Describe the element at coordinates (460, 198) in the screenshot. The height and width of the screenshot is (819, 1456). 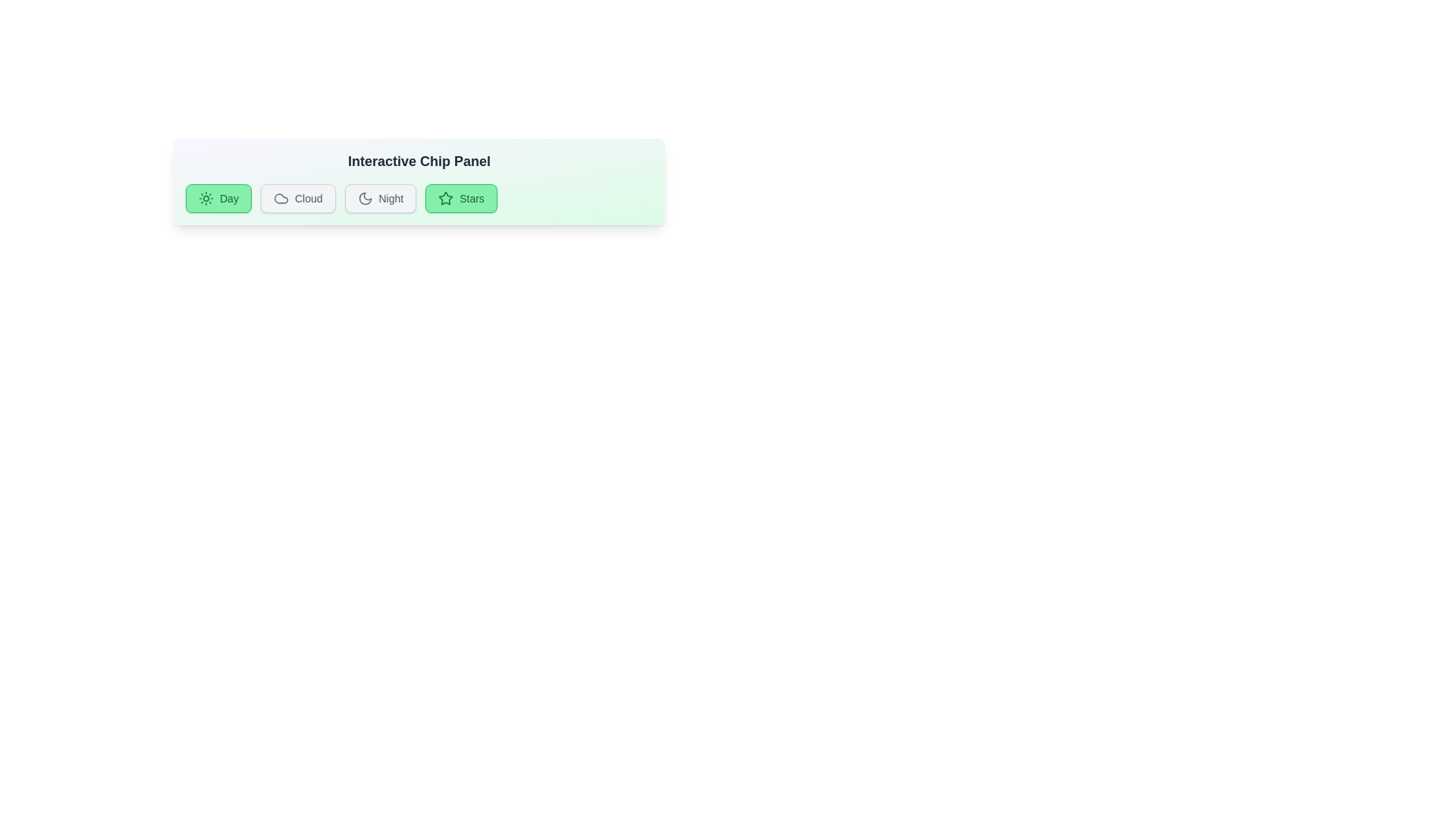
I see `the chip labeled Stars` at that location.